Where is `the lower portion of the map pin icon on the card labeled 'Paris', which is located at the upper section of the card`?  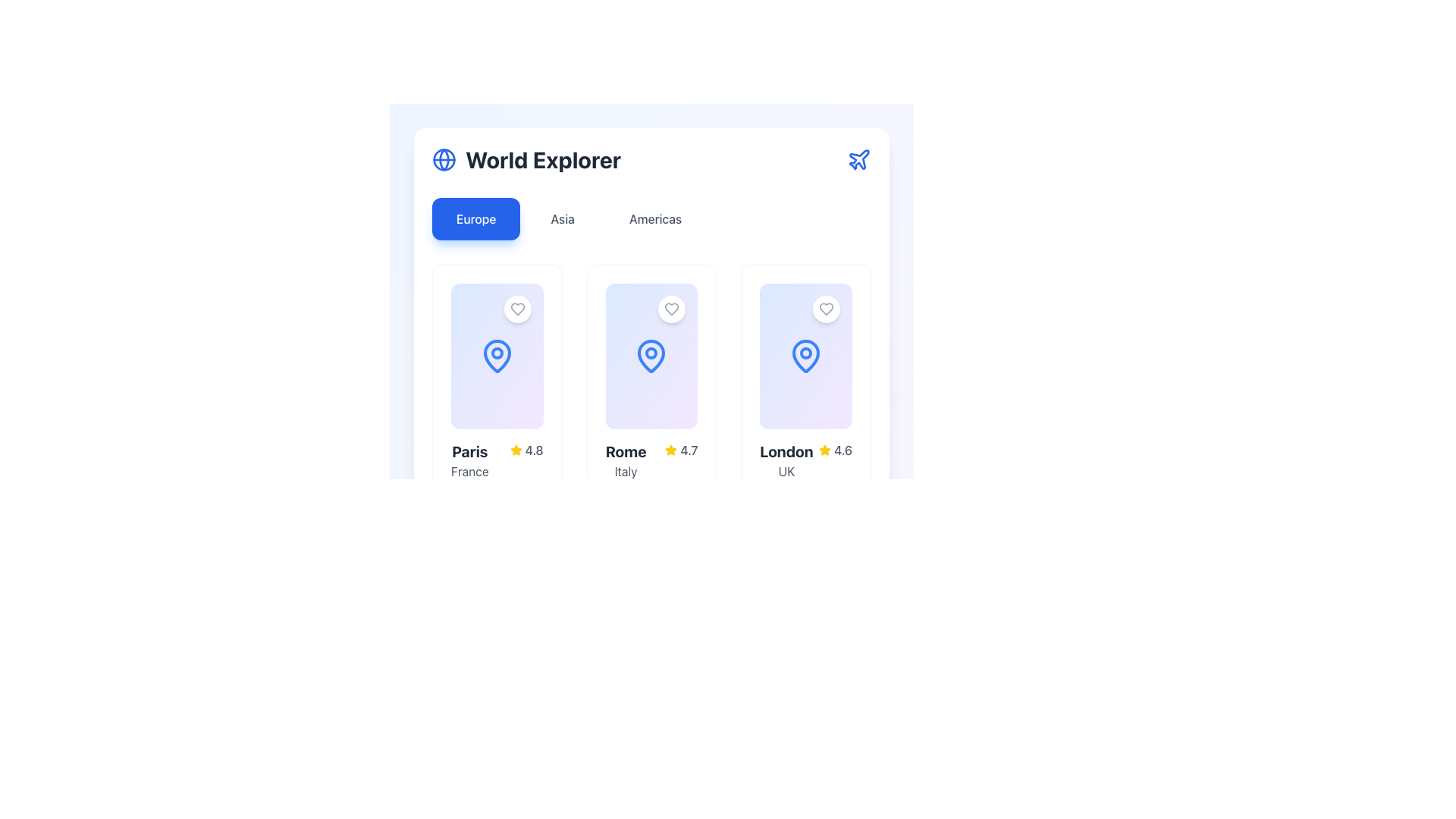 the lower portion of the map pin icon on the card labeled 'Paris', which is located at the upper section of the card is located at coordinates (497, 356).